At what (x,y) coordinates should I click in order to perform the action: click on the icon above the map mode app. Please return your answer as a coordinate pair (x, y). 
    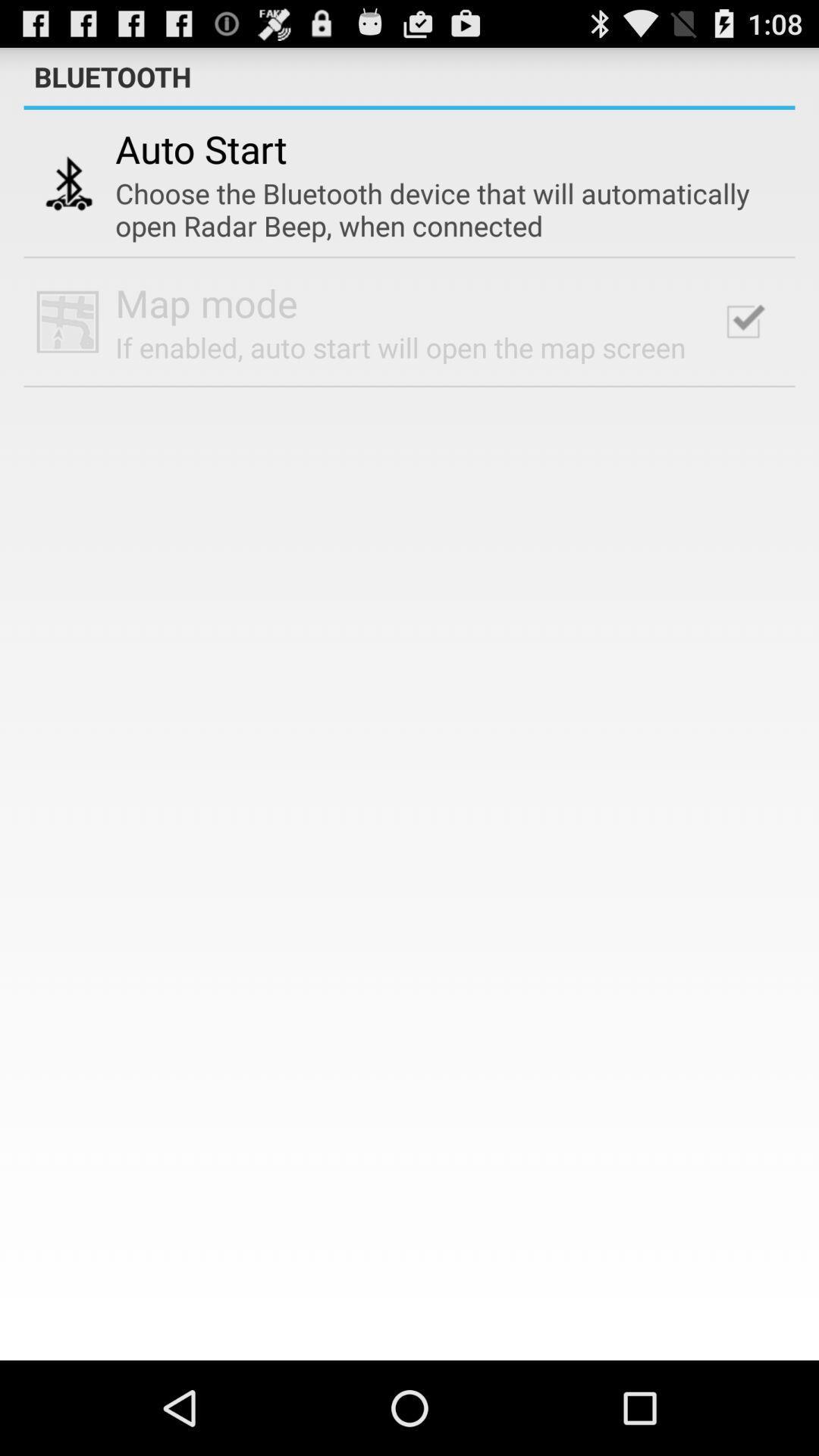
    Looking at the image, I should click on (439, 209).